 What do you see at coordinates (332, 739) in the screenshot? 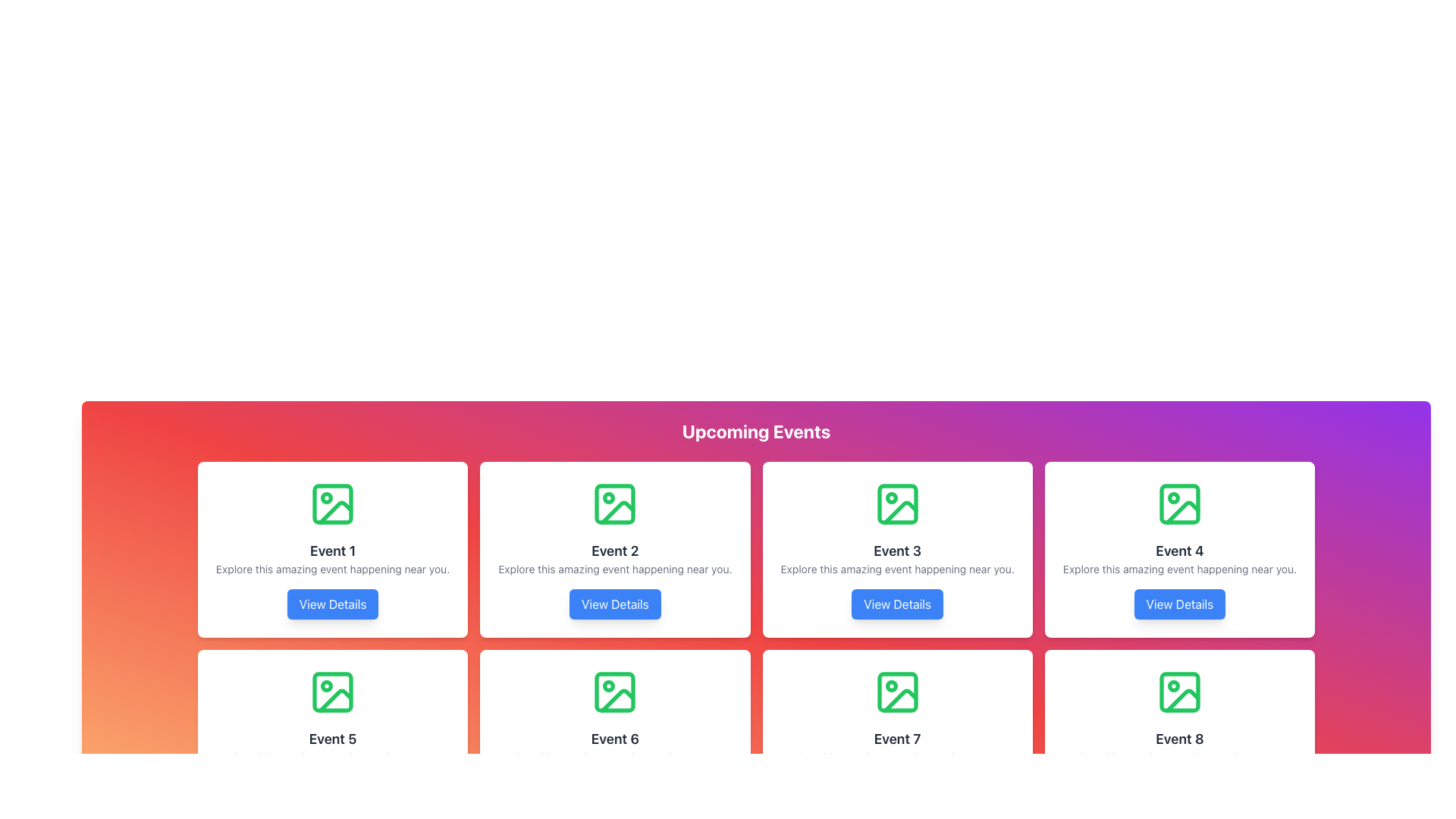
I see `the 'Event 5' text label to focus on this element, which is situated within a card layout below an icon and above a description text and a button in the second row, first column of a grid layout` at bounding box center [332, 739].